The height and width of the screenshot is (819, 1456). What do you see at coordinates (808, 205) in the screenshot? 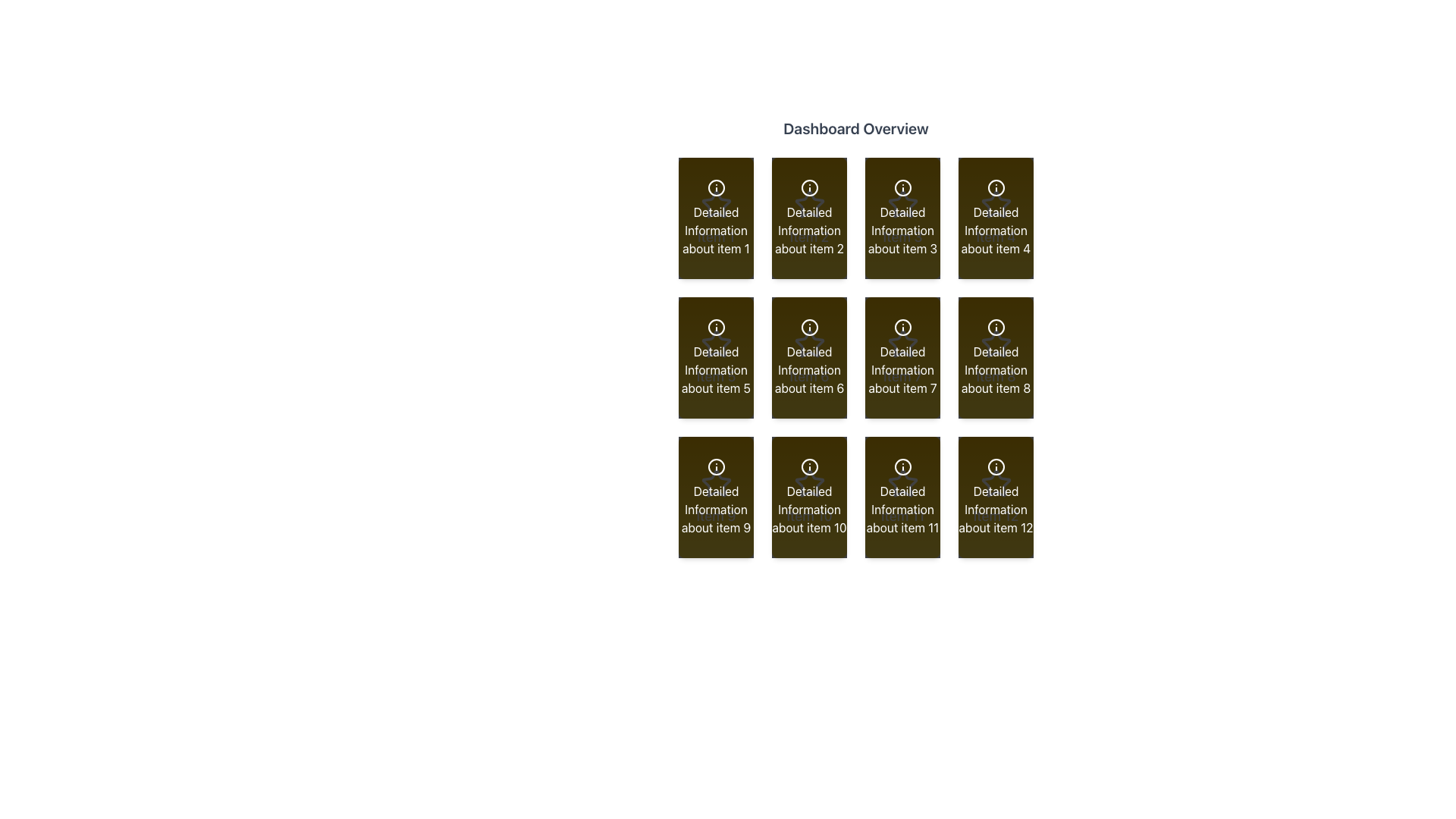
I see `the star icon, which is styled with white stroke lines and is positioned above the text 'Detailed Information about item 2' in the second card of the grid layout` at bounding box center [808, 205].